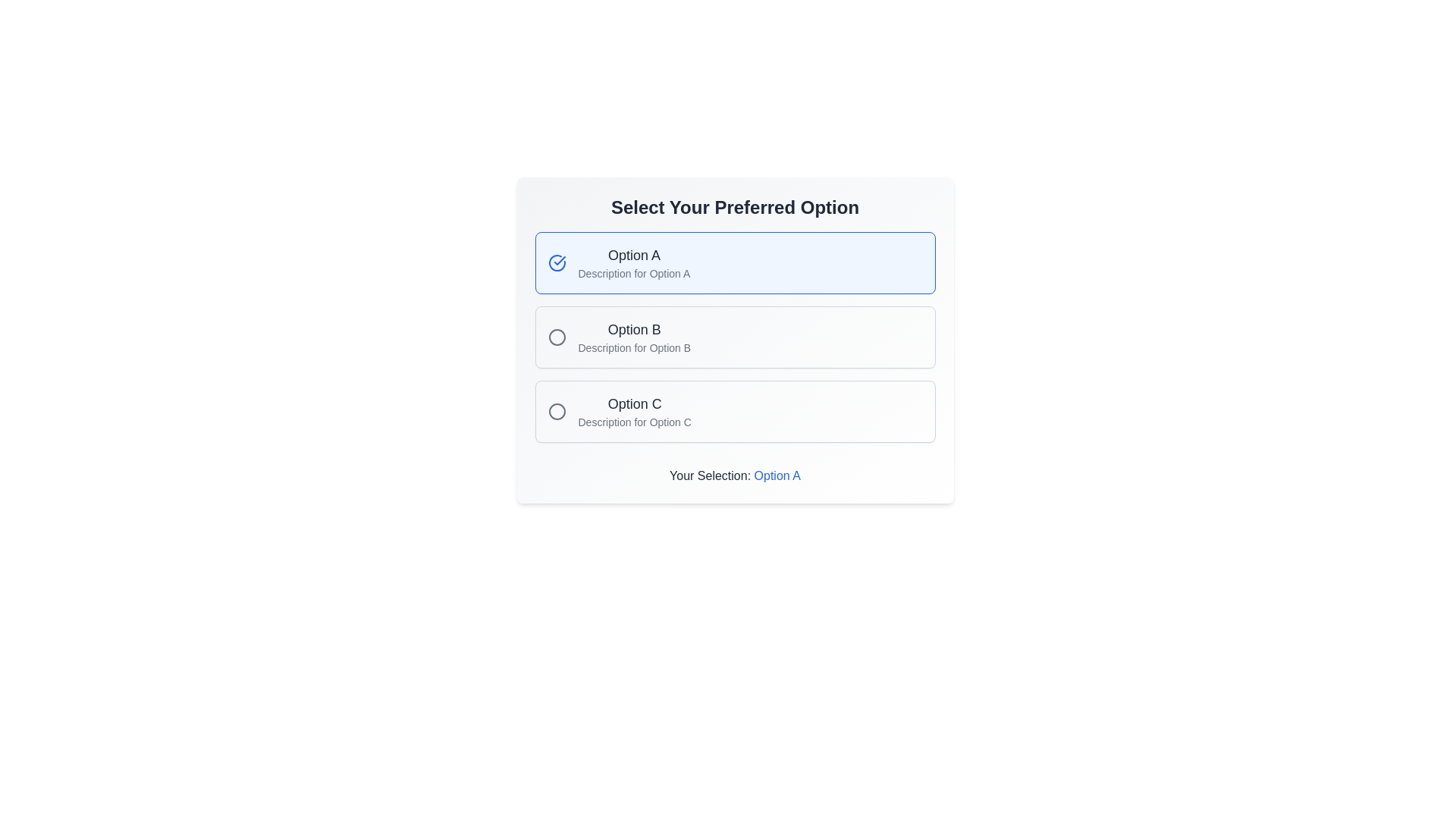 This screenshot has width=1456, height=819. I want to click on text element that indicates the currently selected option near the bottom of the interface, adjacent to 'Your Selection:', so click(777, 475).